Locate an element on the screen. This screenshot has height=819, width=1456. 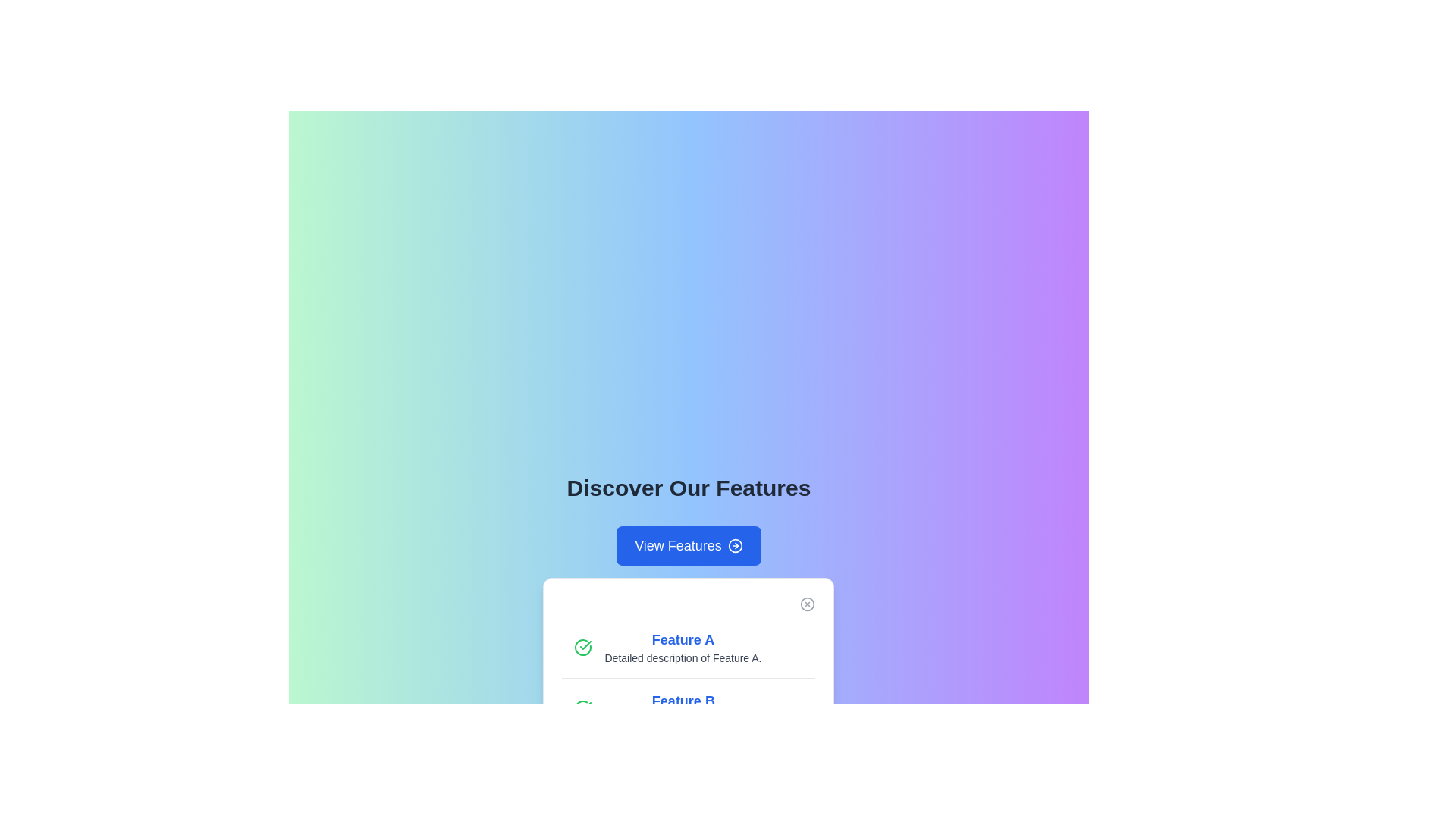
the button located below the title 'Discover Our Features' is located at coordinates (688, 546).